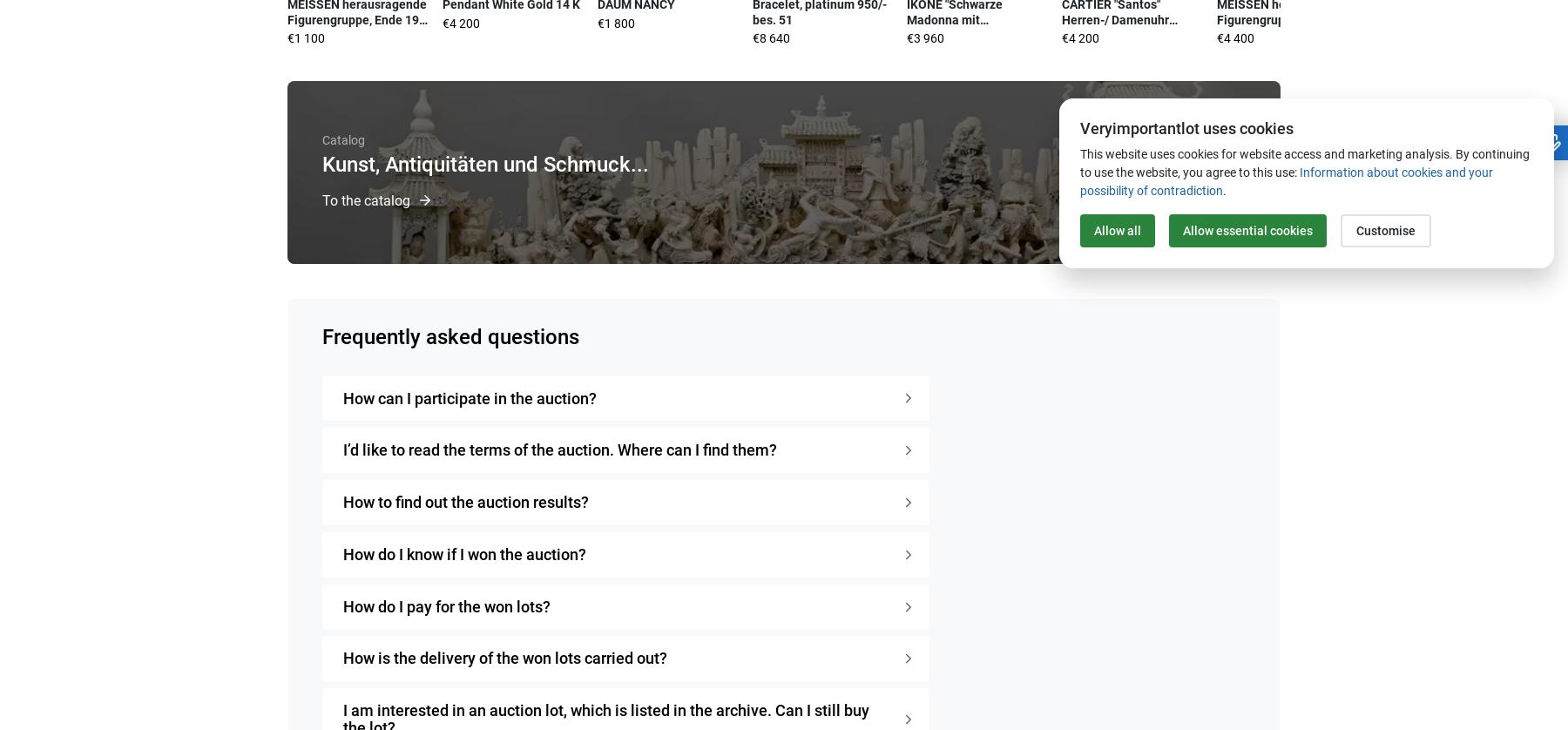  Describe the element at coordinates (559, 449) in the screenshot. I see `'I’d like to read the terms of the auction. Where can I find them?'` at that location.